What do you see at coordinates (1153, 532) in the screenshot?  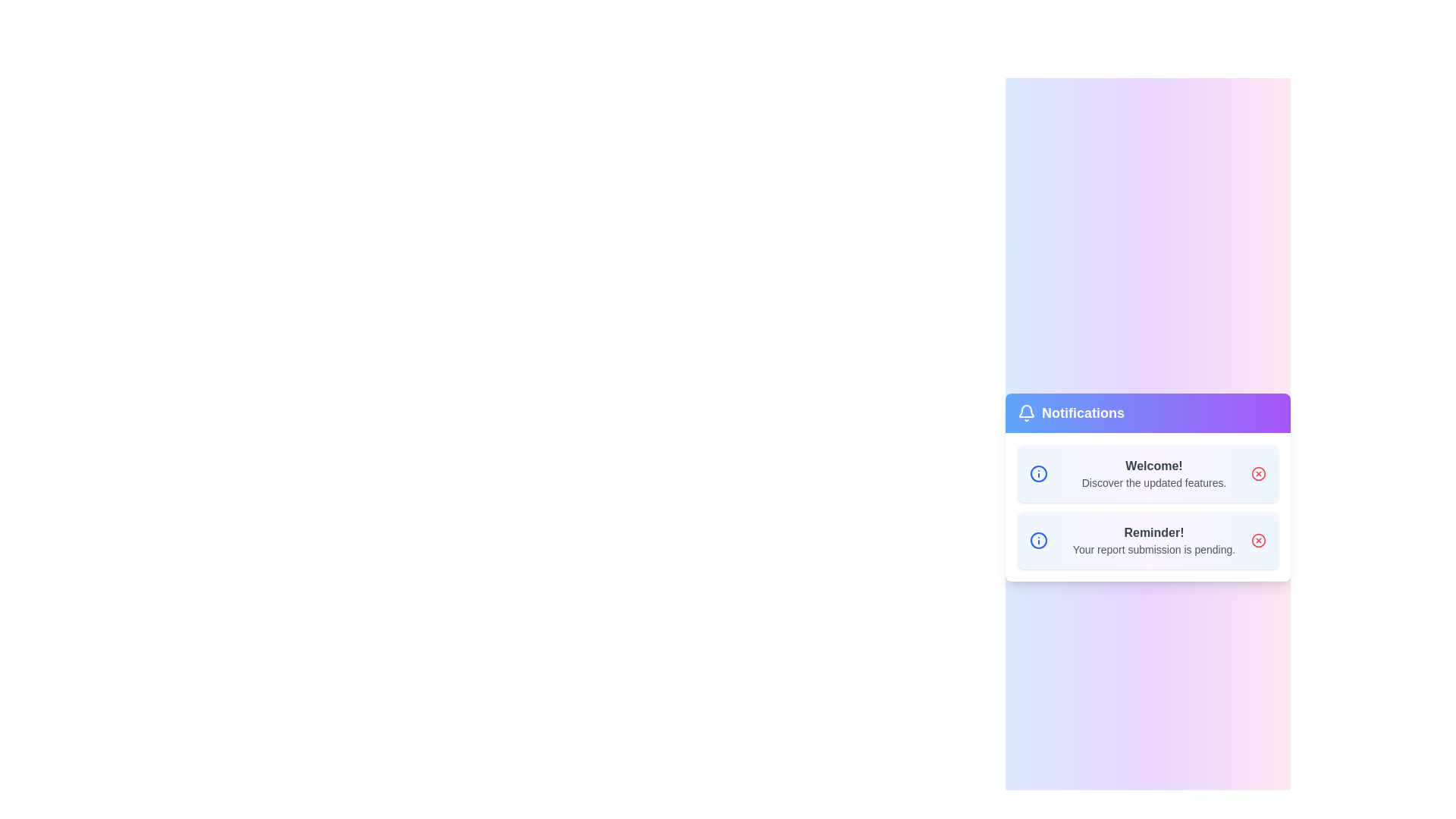 I see `the 'Reminder!' text label, which is styled in a semi-bold font and grayish-blue color, positioned as the header of a notification card` at bounding box center [1153, 532].